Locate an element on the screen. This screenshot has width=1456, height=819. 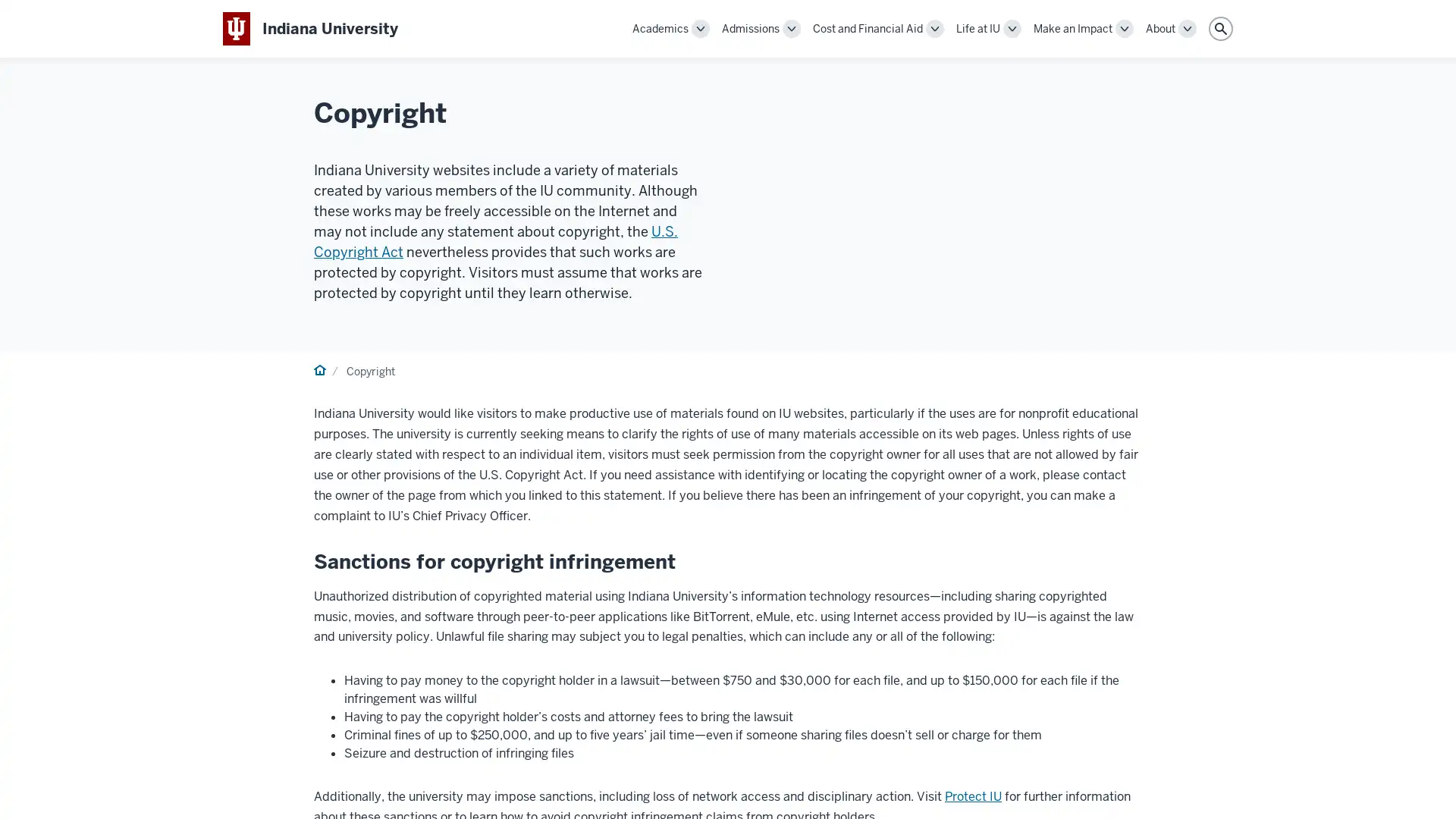
Toggle About navigation is located at coordinates (1186, 29).